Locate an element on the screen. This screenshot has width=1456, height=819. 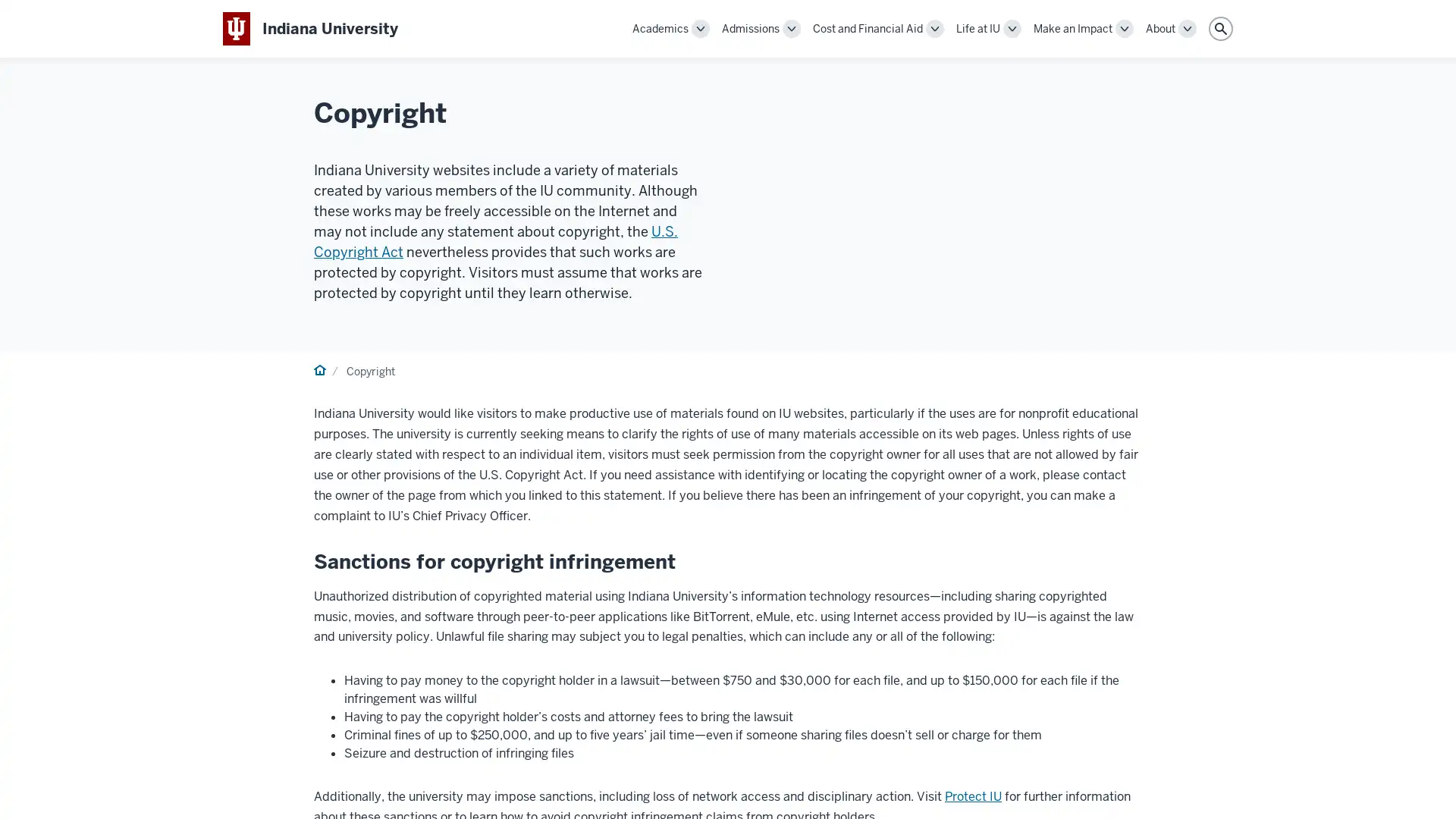
Toggle About navigation is located at coordinates (1186, 29).